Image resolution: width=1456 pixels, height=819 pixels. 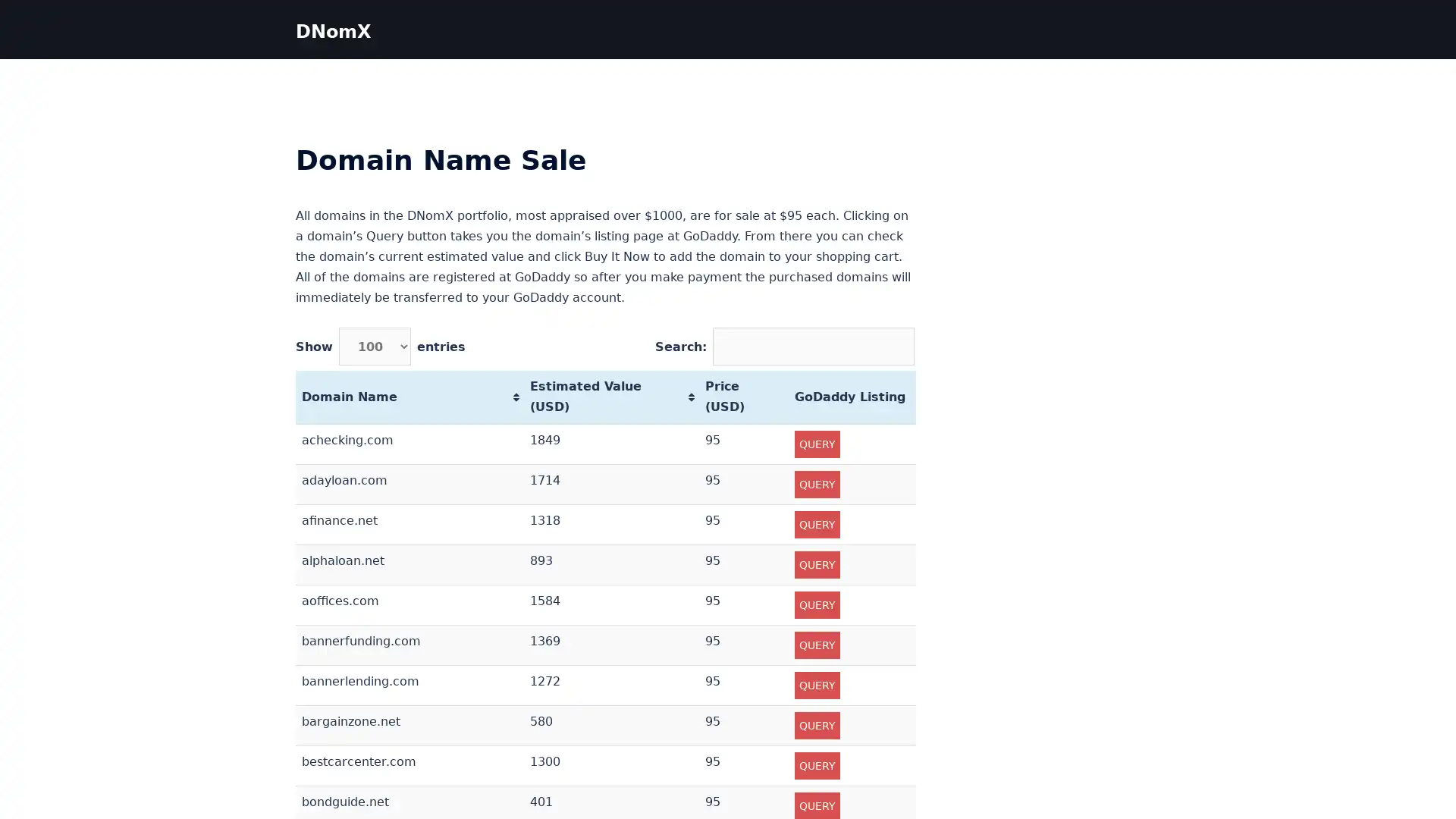 I want to click on QUERY, so click(x=815, y=523).